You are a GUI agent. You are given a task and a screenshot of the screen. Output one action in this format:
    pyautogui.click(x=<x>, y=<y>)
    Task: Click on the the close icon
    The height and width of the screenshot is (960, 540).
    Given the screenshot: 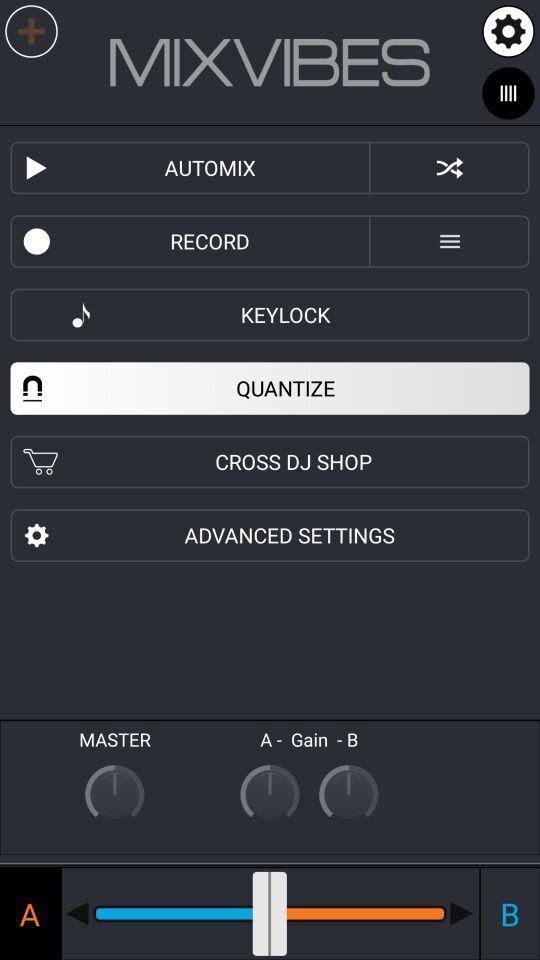 What is the action you would take?
    pyautogui.click(x=449, y=167)
    